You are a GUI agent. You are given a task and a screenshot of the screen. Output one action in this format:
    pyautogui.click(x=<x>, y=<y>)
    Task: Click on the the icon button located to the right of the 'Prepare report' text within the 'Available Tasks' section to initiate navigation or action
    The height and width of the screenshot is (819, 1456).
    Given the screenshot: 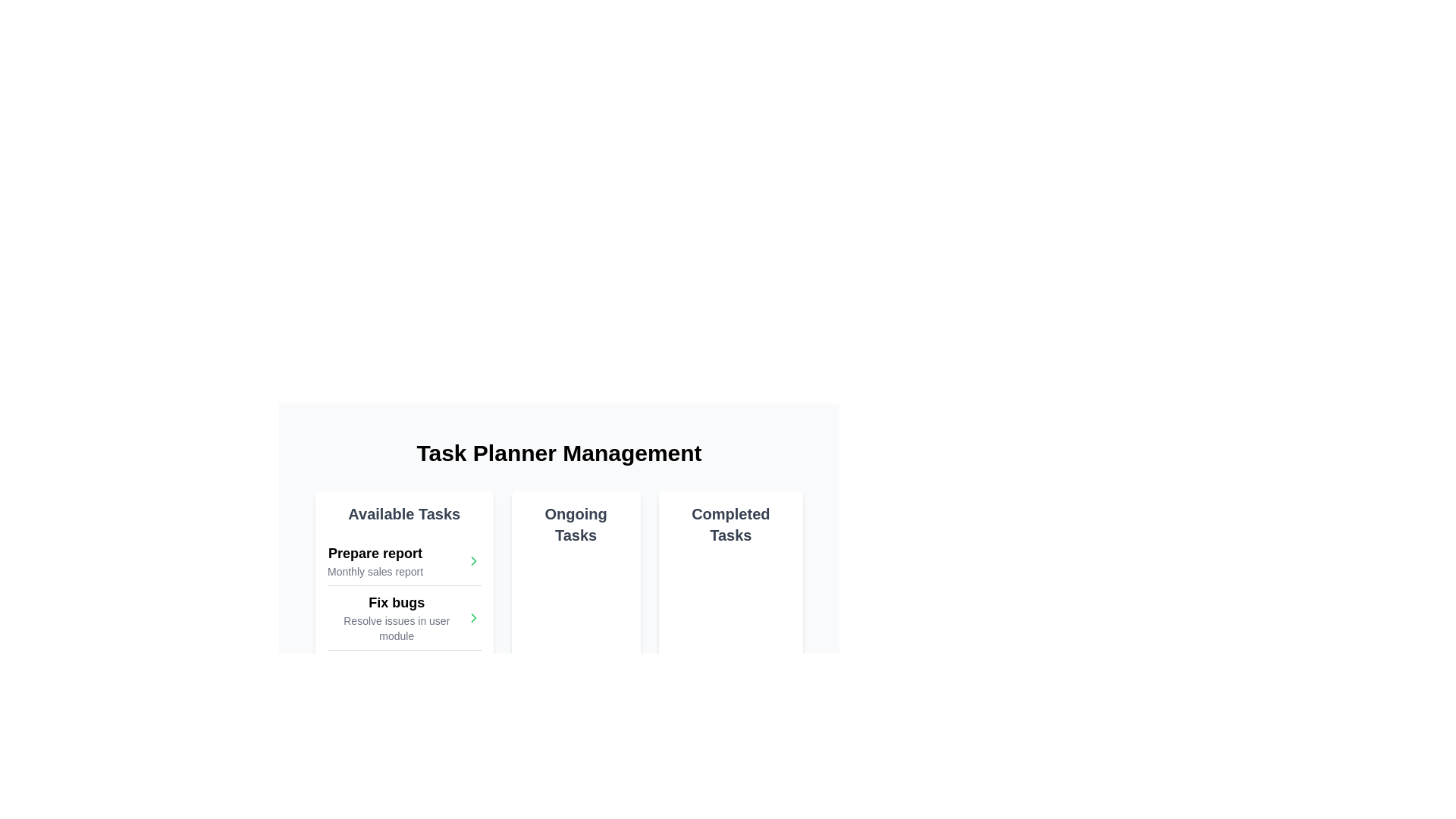 What is the action you would take?
    pyautogui.click(x=472, y=561)
    